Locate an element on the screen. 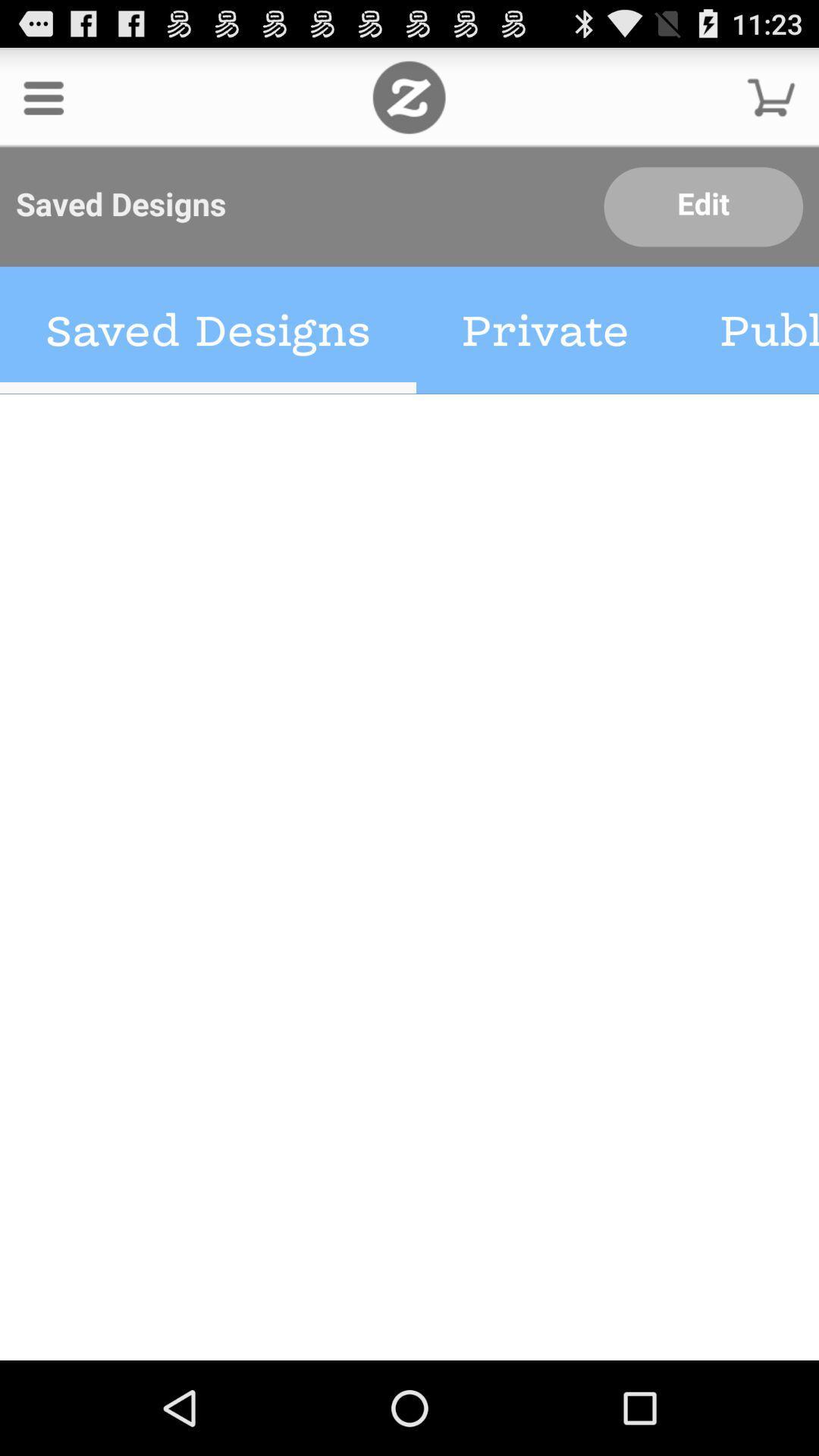  the cart icon is located at coordinates (771, 103).